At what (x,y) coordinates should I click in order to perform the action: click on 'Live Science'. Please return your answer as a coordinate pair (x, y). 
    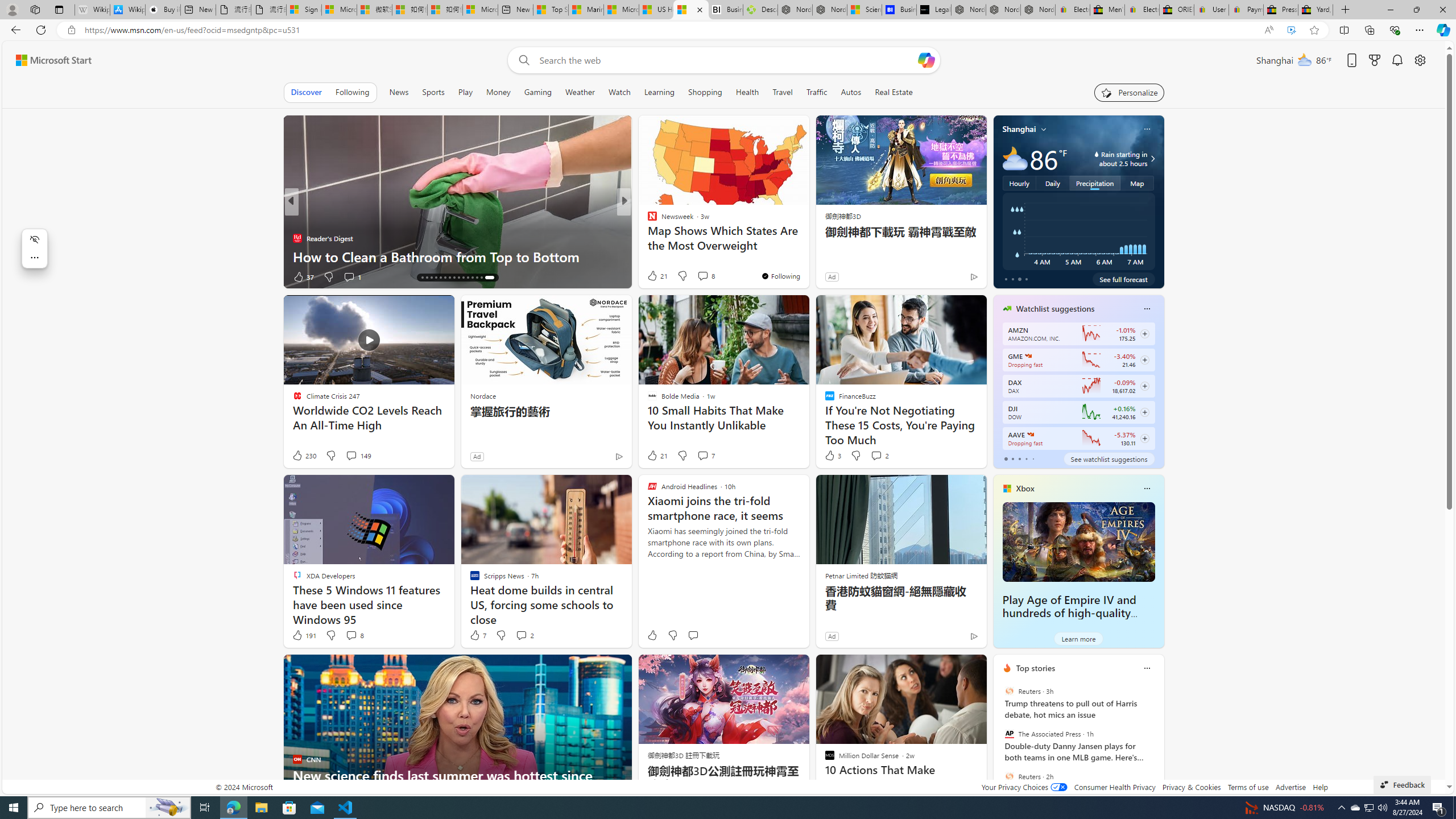
    Looking at the image, I should click on (647, 238).